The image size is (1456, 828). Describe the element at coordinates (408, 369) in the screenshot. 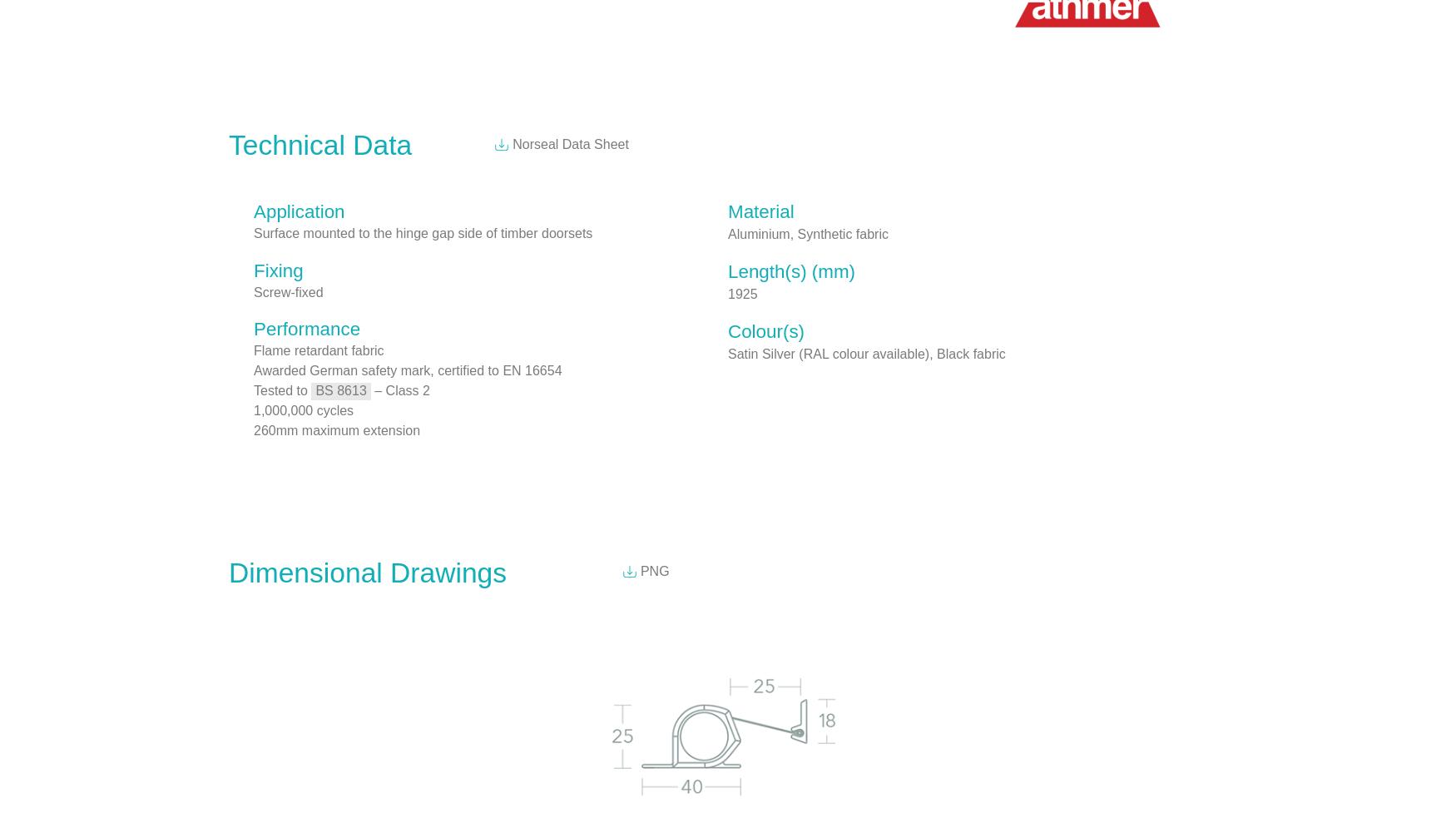

I see `'Awarded German safety mark, certified to EN 16654'` at that location.